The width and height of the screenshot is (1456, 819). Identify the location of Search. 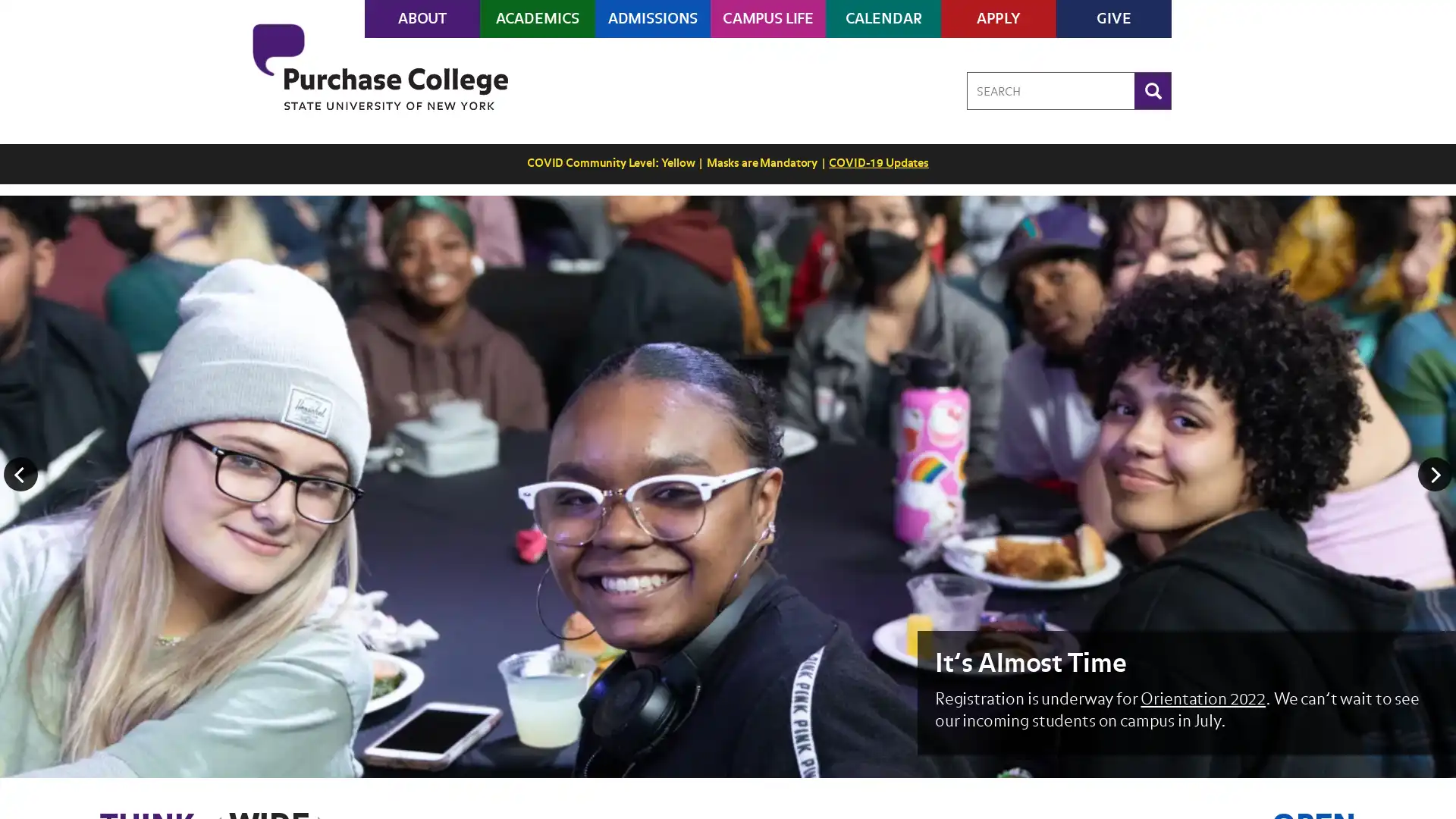
(1153, 90).